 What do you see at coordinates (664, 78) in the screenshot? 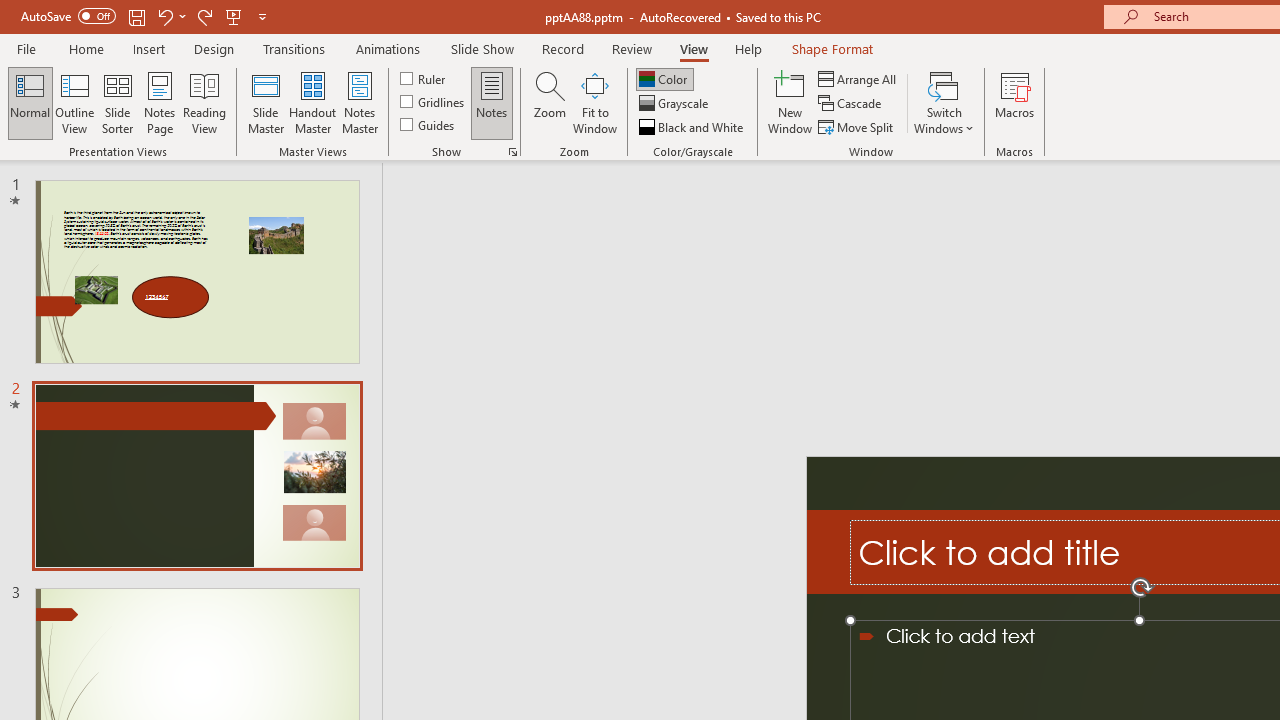
I see `'Color'` at bounding box center [664, 78].